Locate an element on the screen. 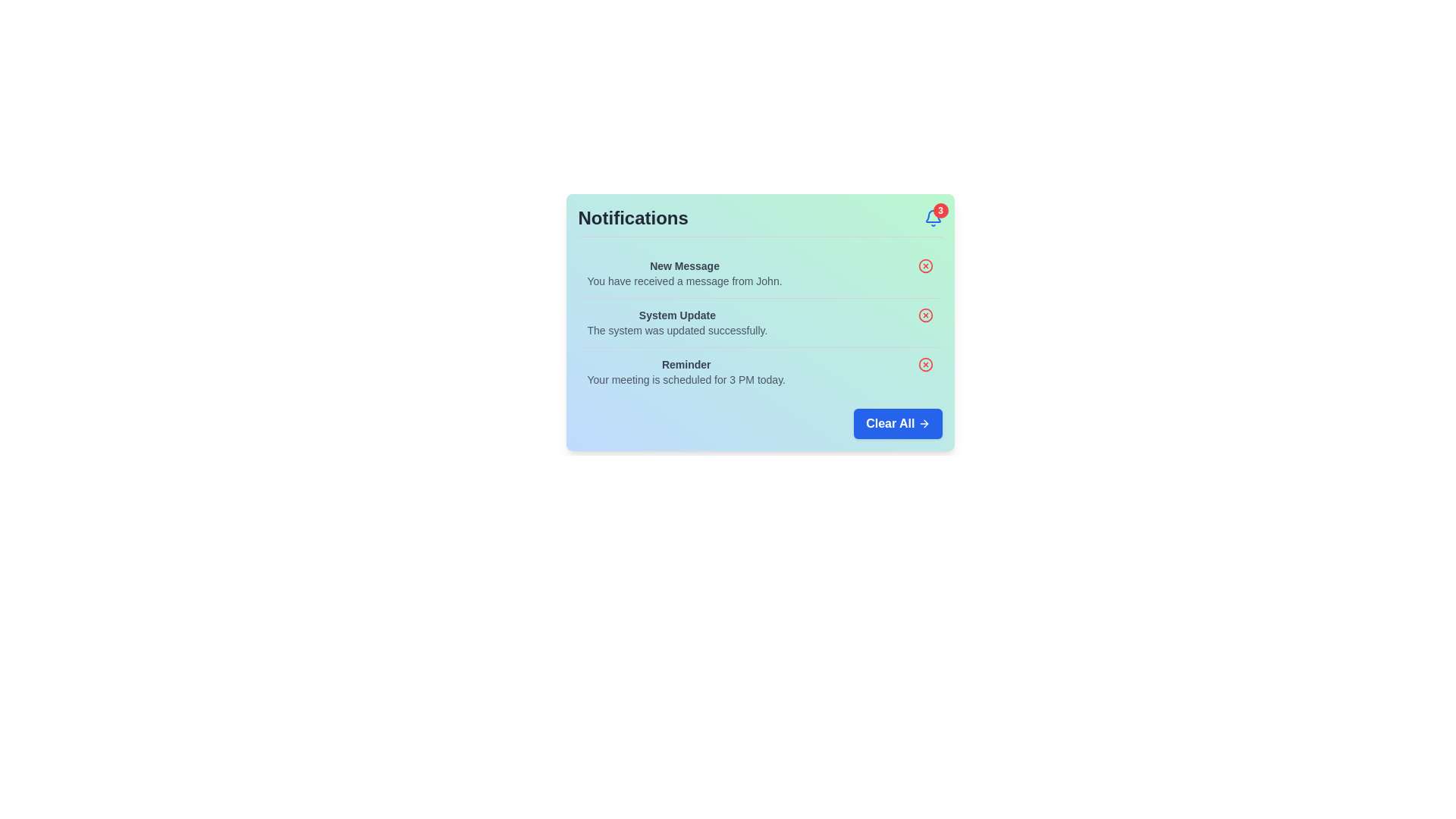 The image size is (1456, 819). the right-pointing arrow icon located inside the blue 'Clear All' button in the bottom-right corner of the notification card is located at coordinates (923, 424).